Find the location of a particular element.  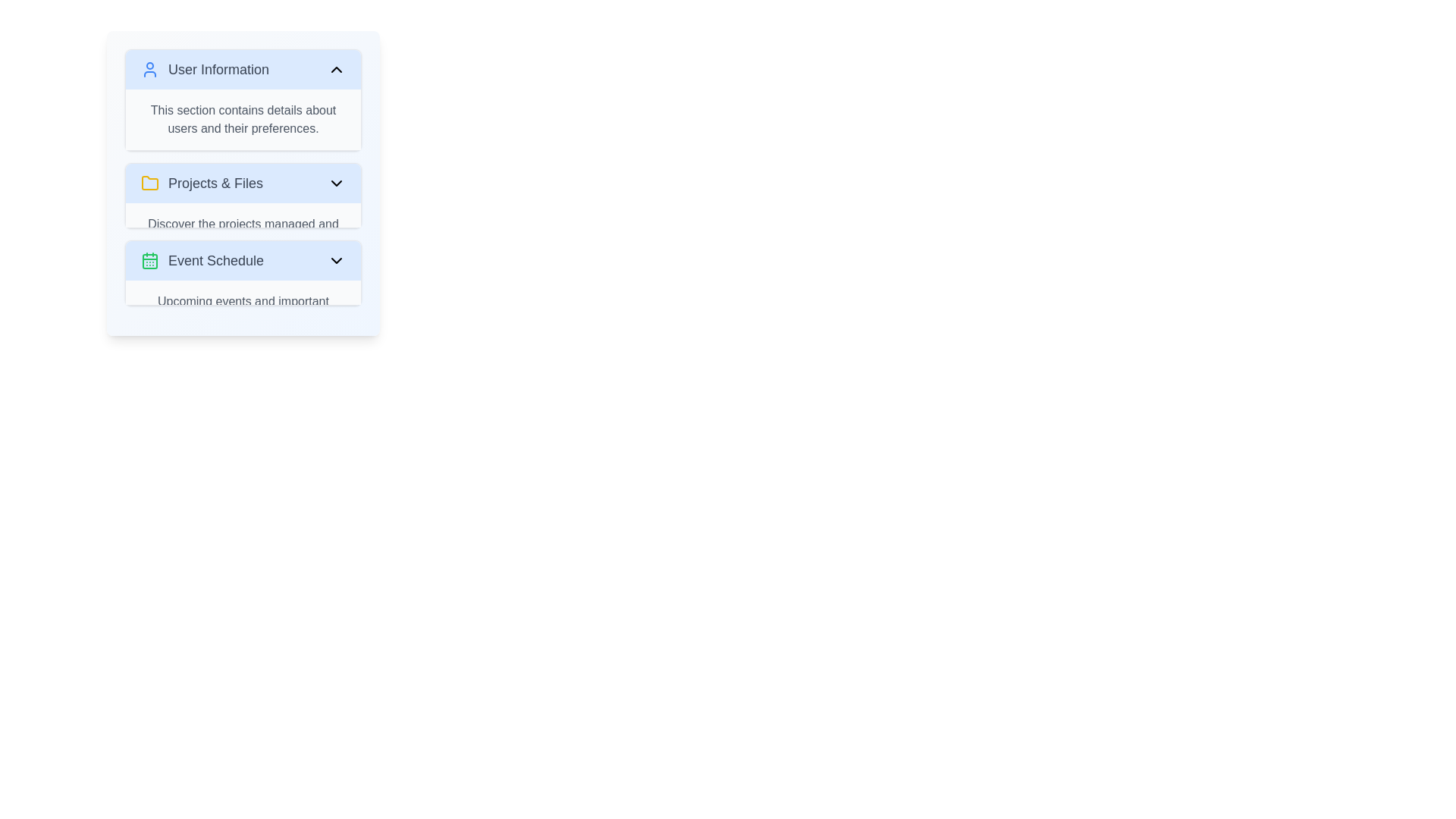

the 'User Information' section header, which is a non-interactive label positioned at the top of a vertical layout, to the left of the downward-pointing arrow icon is located at coordinates (204, 70).